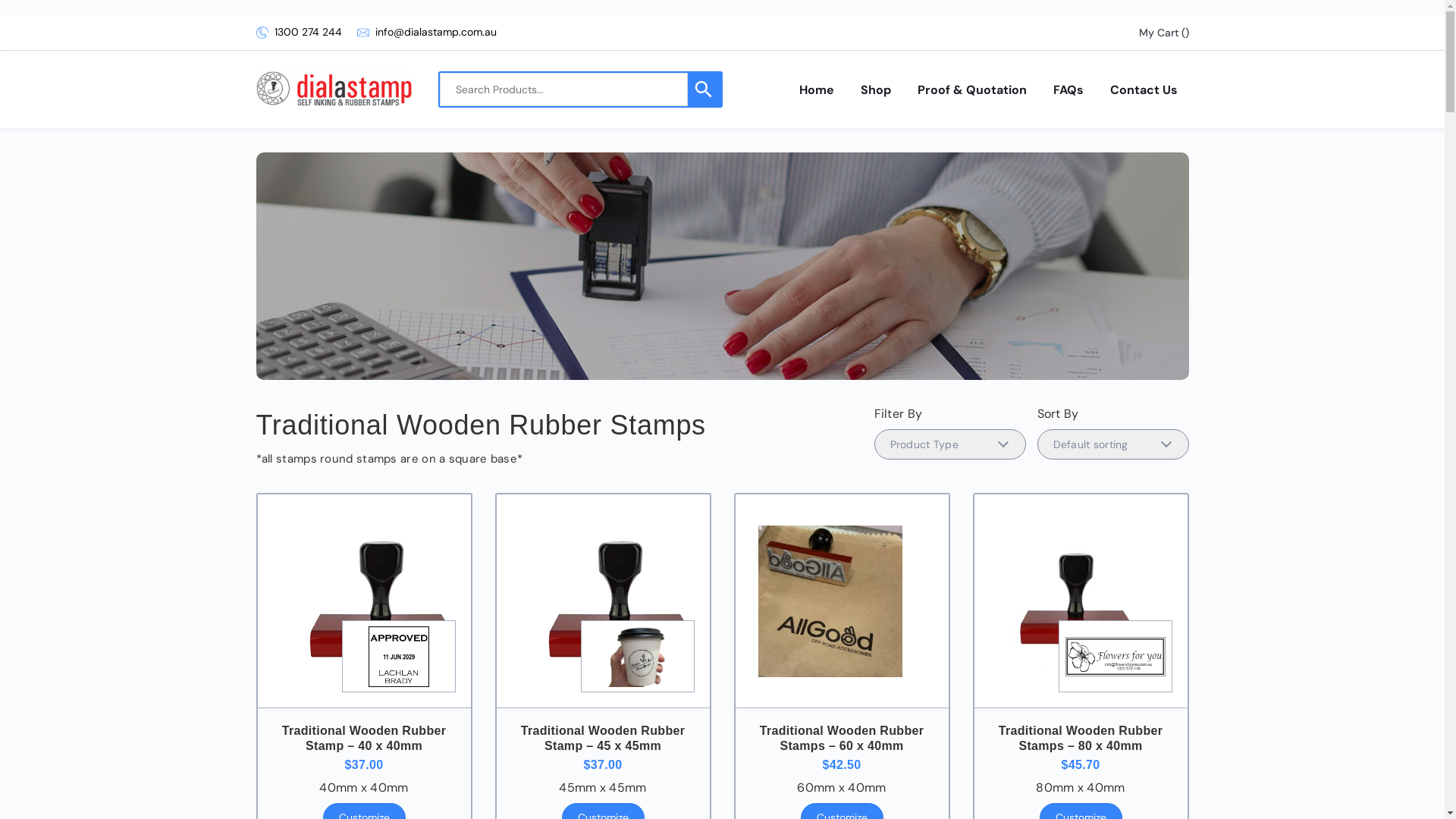 The image size is (1456, 819). I want to click on '1300 274 244', so click(262, 32).